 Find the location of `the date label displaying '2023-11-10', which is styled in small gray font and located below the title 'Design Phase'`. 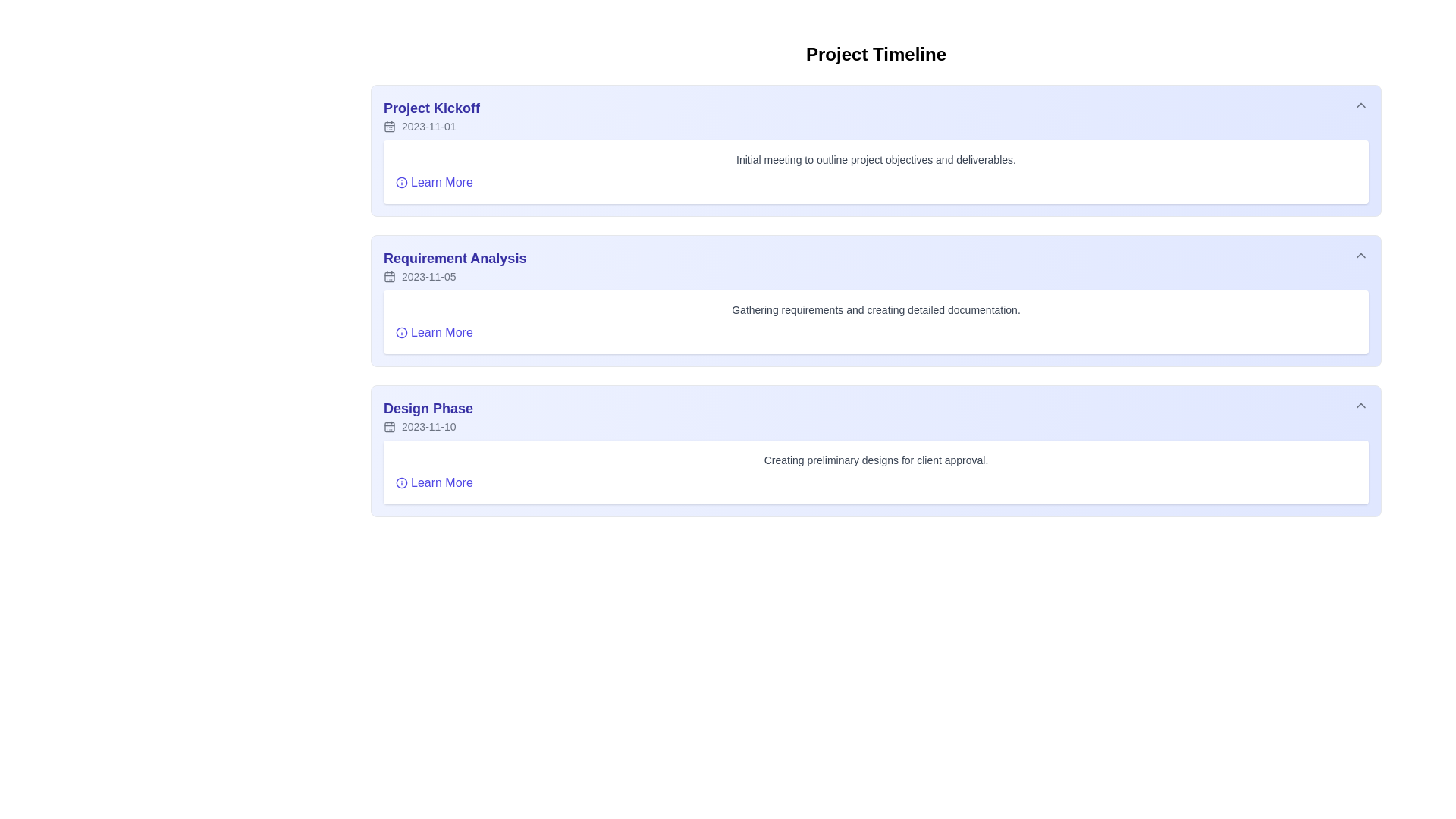

the date label displaying '2023-11-10', which is styled in small gray font and located below the title 'Design Phase' is located at coordinates (428, 427).